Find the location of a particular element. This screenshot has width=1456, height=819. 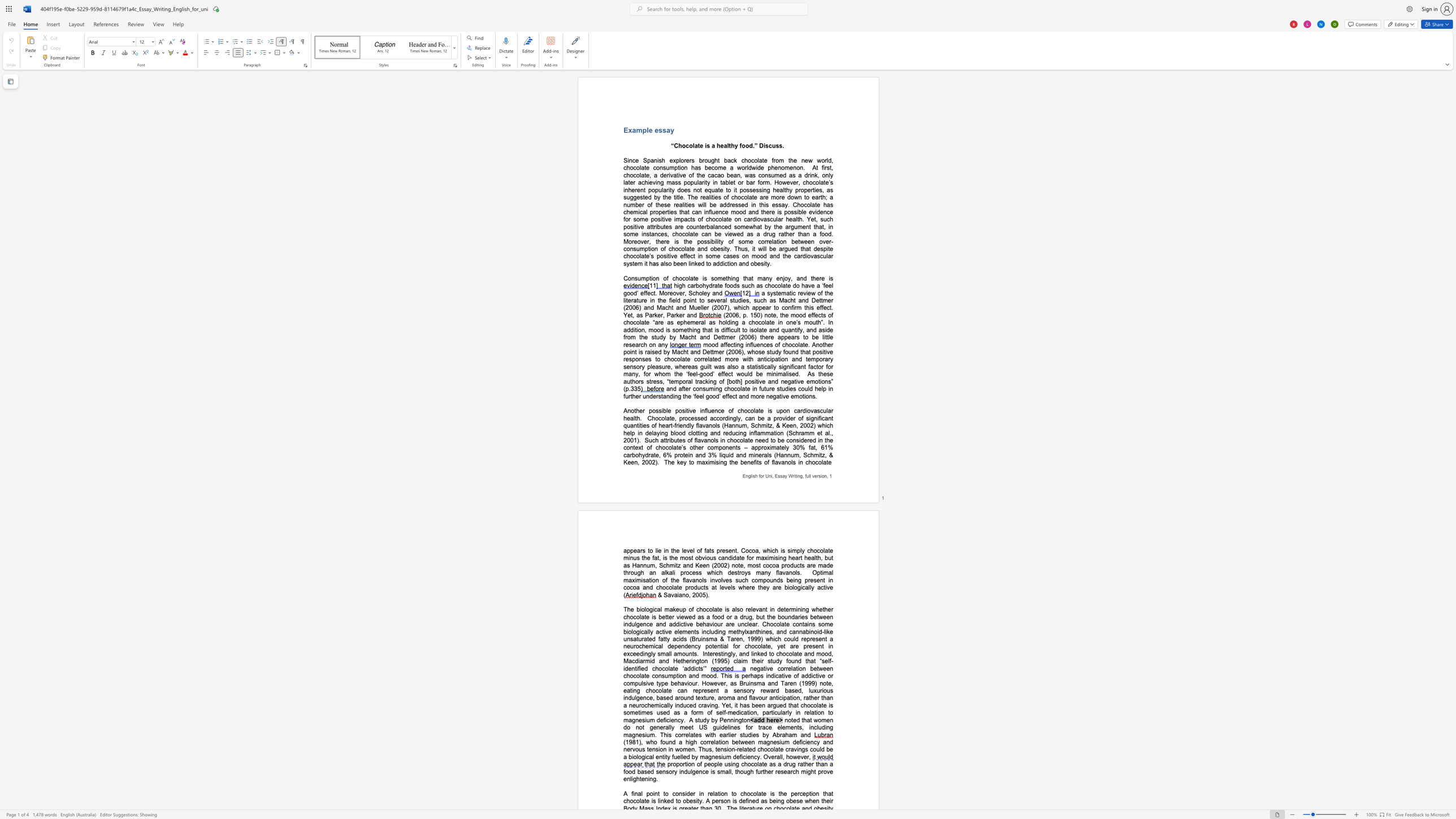

the 6th character "h" in the text is located at coordinates (672, 557).